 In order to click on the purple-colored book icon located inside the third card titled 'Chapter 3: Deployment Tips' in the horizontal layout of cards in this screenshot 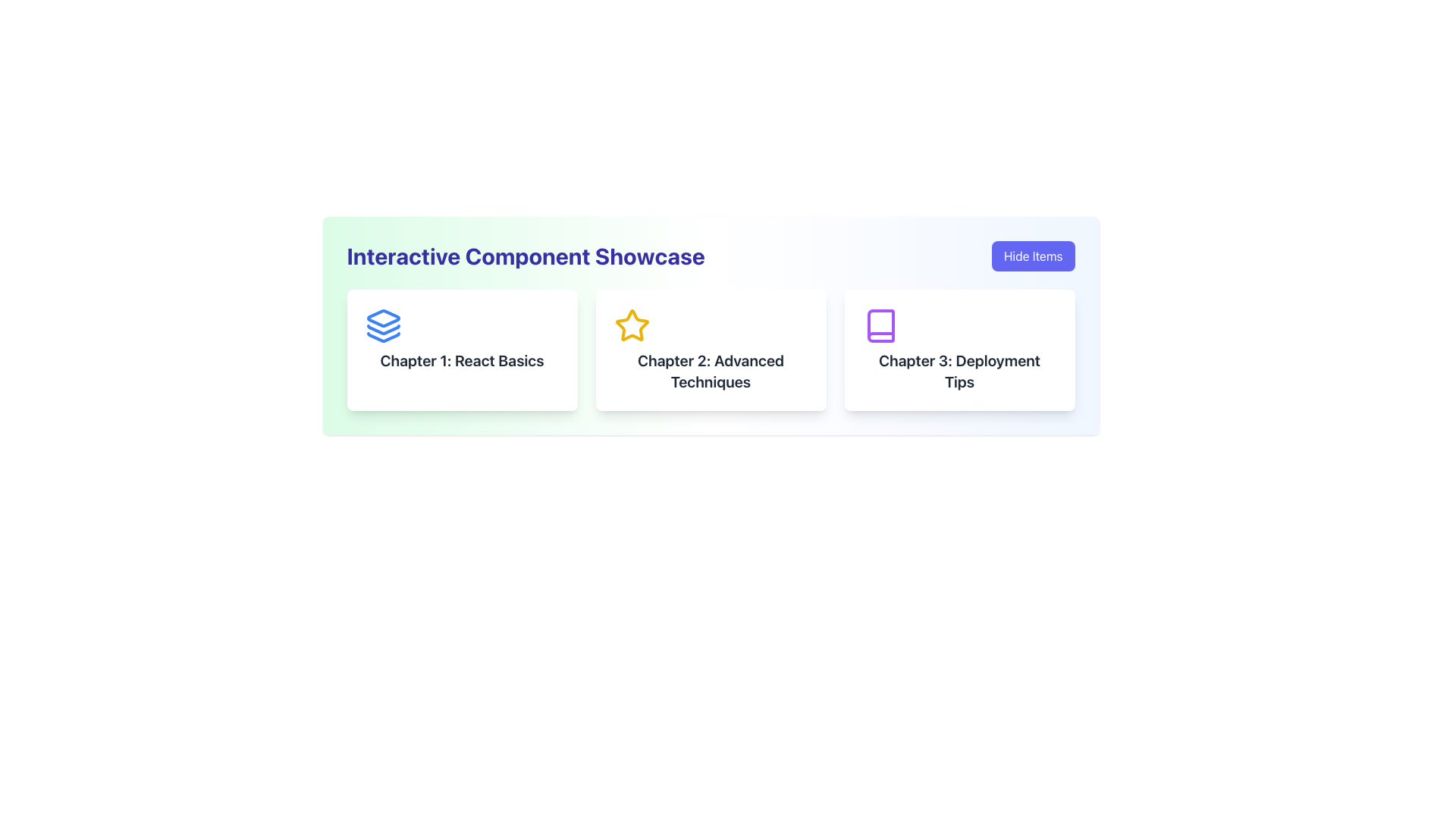, I will do `click(880, 325)`.